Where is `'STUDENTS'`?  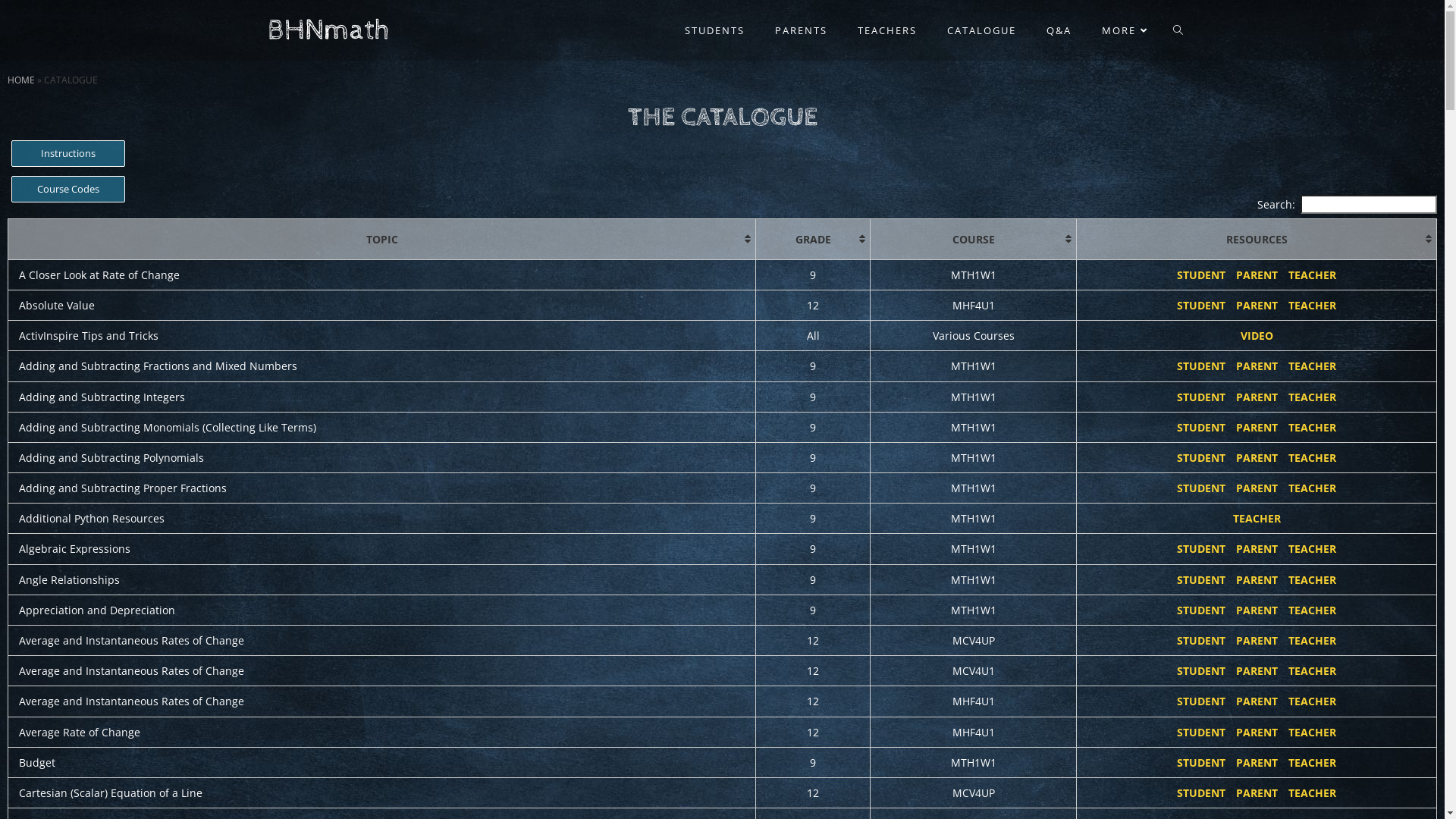 'STUDENTS' is located at coordinates (713, 30).